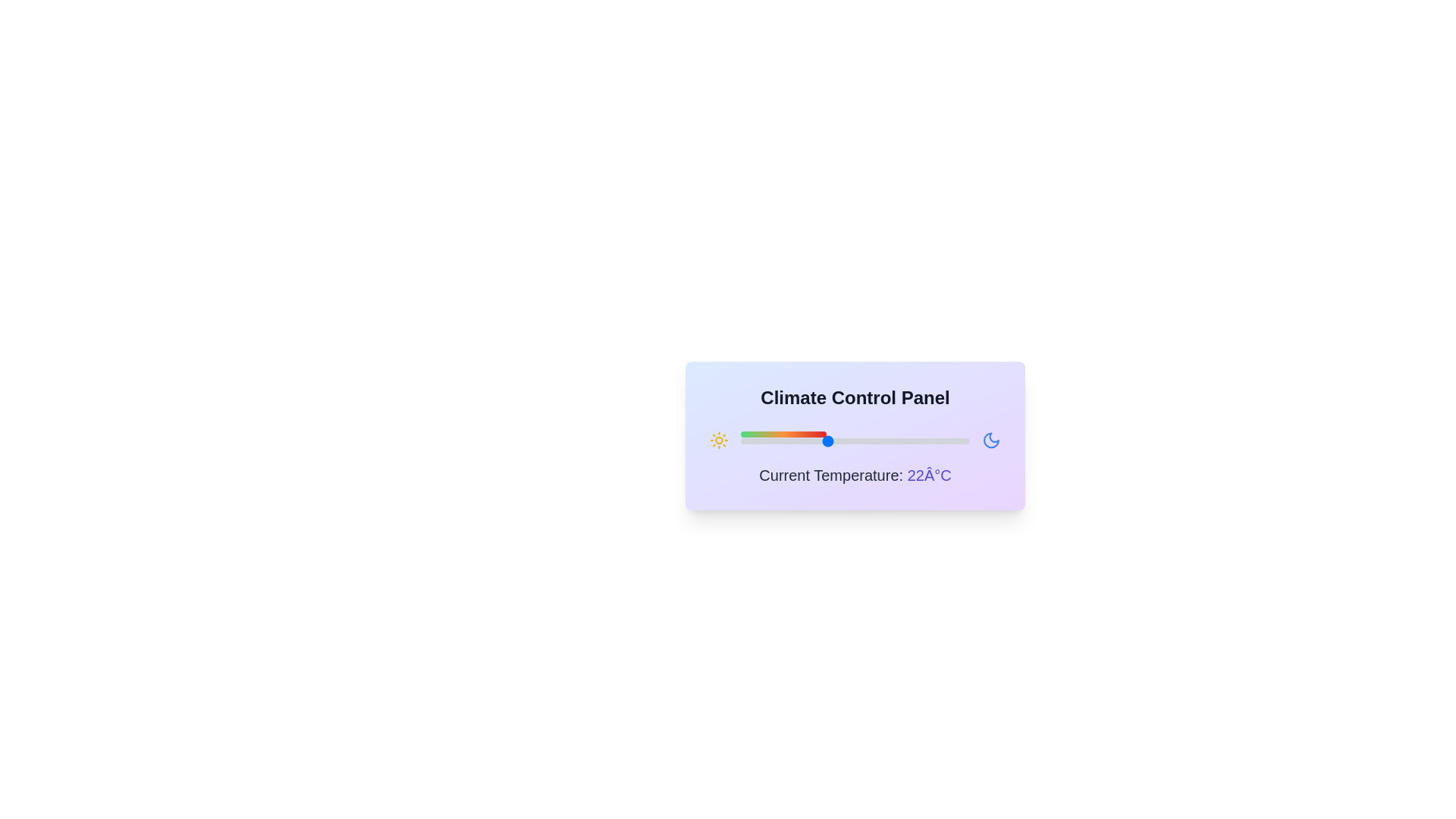 This screenshot has width=1456, height=819. I want to click on text displaying the current temperature value, which is located at the end of the phrase 'Current Temperature: 22°C' in the 'Climate Control Panel', so click(928, 475).